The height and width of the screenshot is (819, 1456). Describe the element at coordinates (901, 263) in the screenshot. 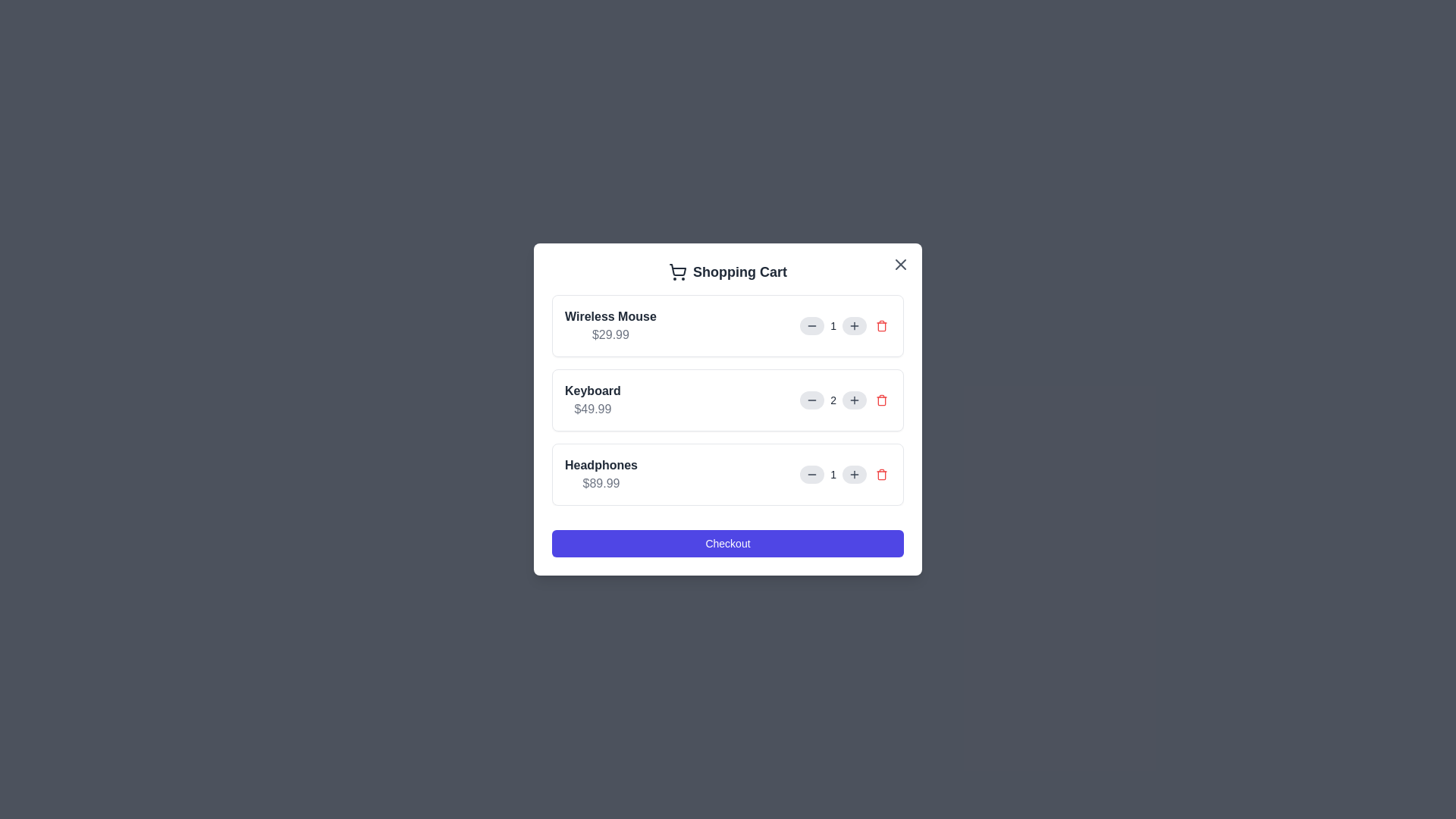

I see `the Close button located in the top-right corner of the 'Shopping Cart' modal dialog to trigger a tooltip or highlight effect` at that location.